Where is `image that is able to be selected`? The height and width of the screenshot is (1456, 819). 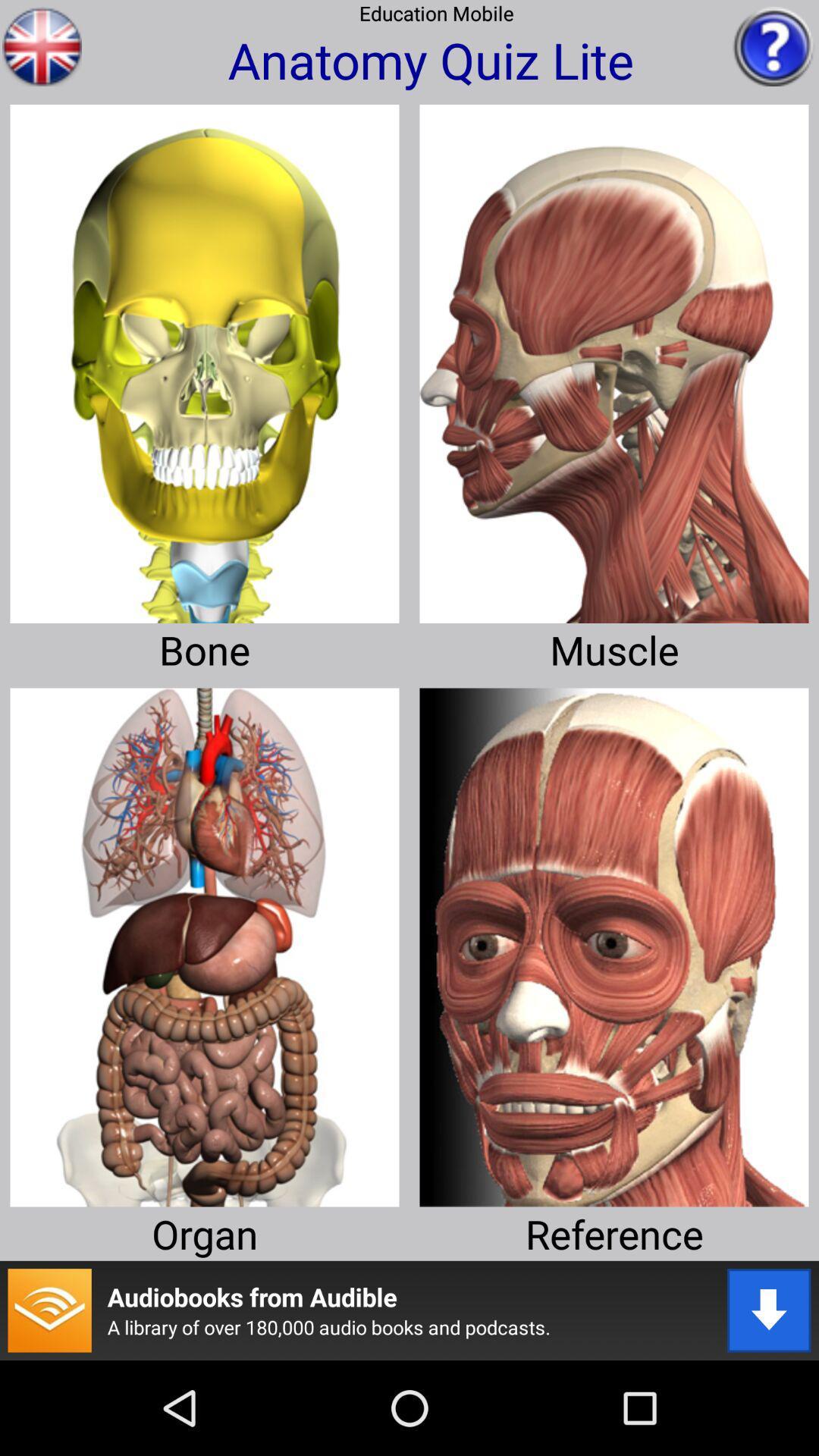
image that is able to be selected is located at coordinates (205, 357).